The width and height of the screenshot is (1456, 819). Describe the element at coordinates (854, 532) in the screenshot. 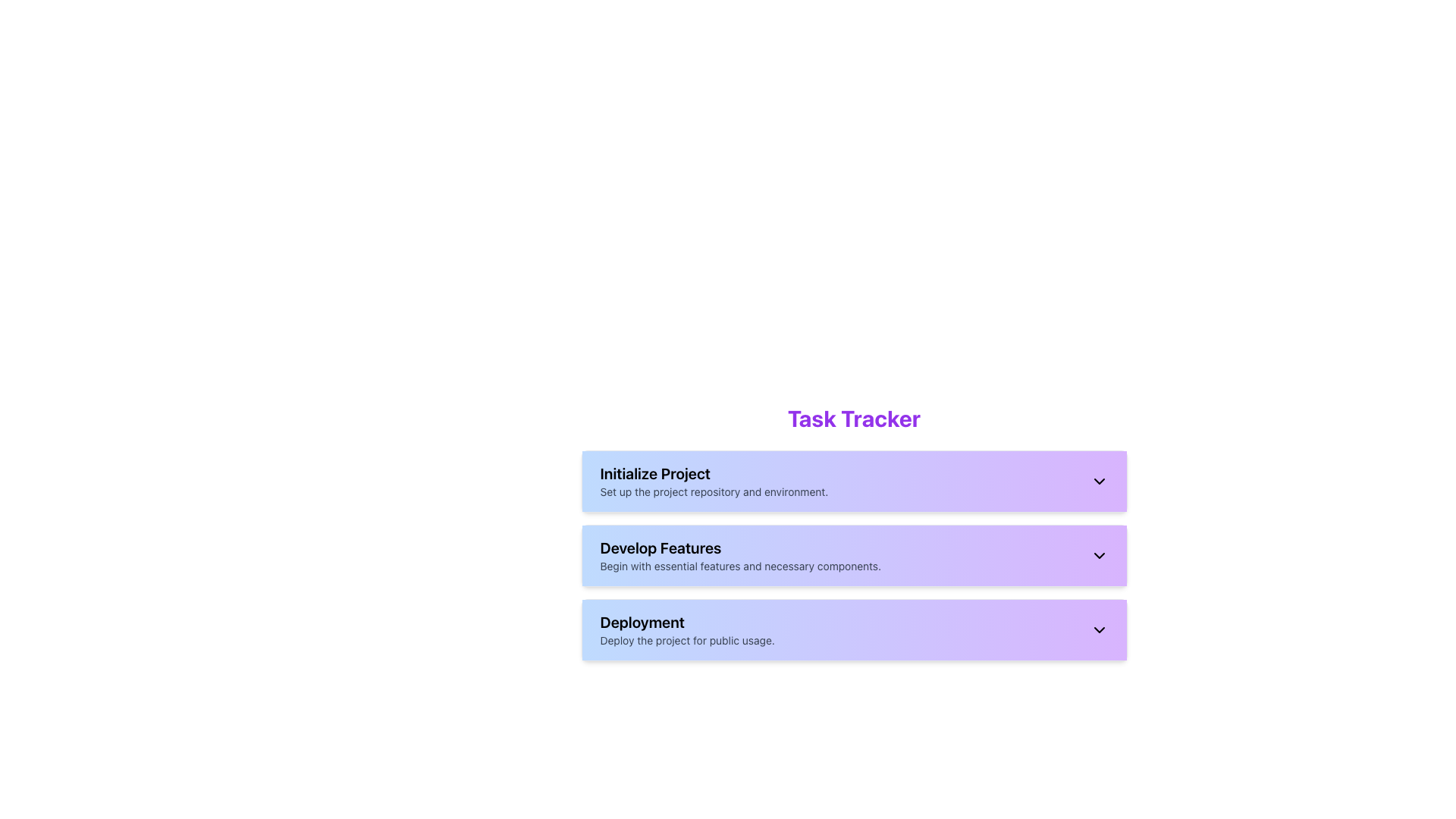

I see `the 'Develop Features' collapsible panel` at that location.